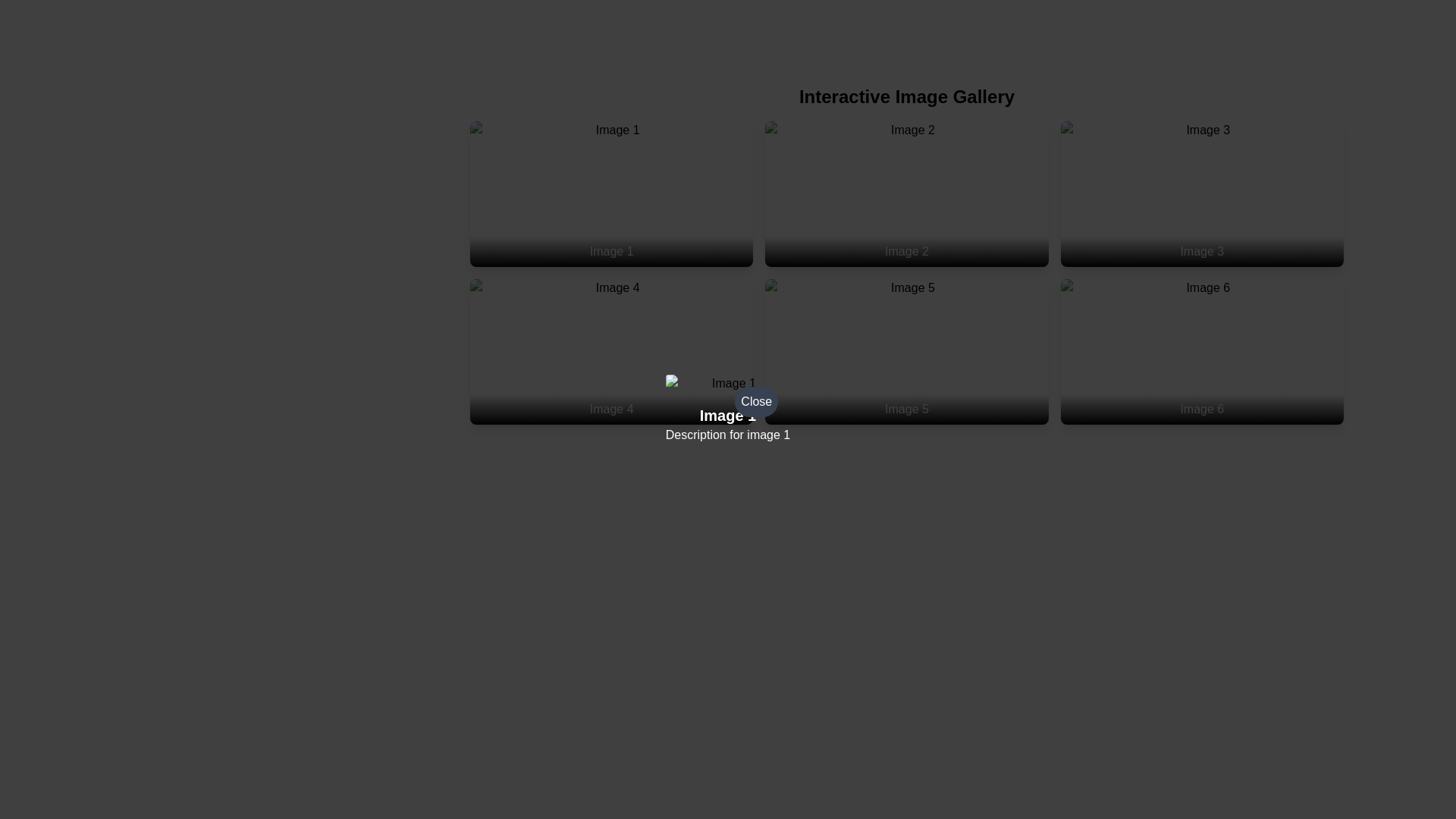 The width and height of the screenshot is (1456, 819). I want to click on the thumbnail image that represents the first item in the image gallery, located at the center-bottom area of the modal interface, so click(728, 382).